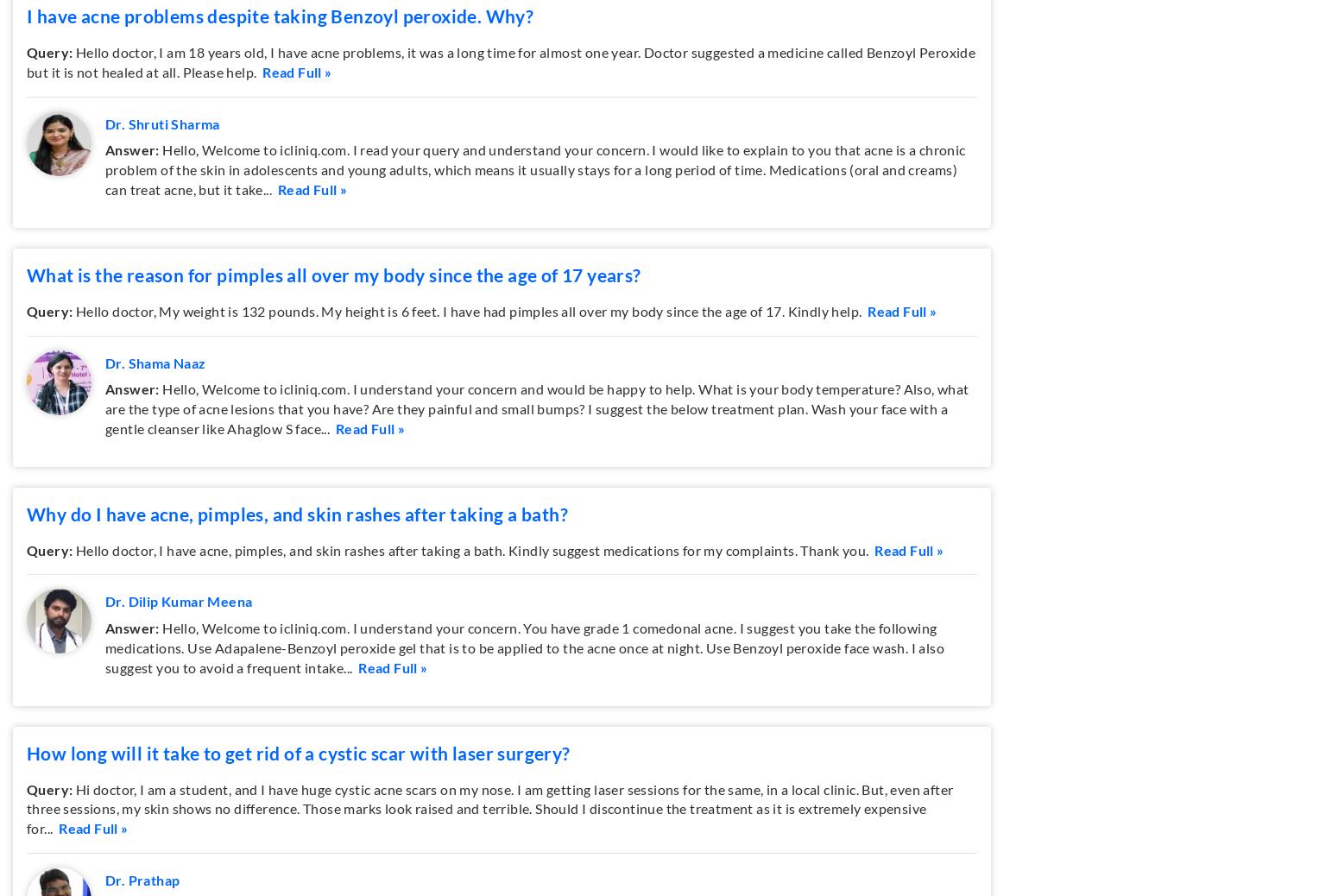 The height and width of the screenshot is (896, 1338). What do you see at coordinates (582, 116) in the screenshot?
I see `'Urology'` at bounding box center [582, 116].